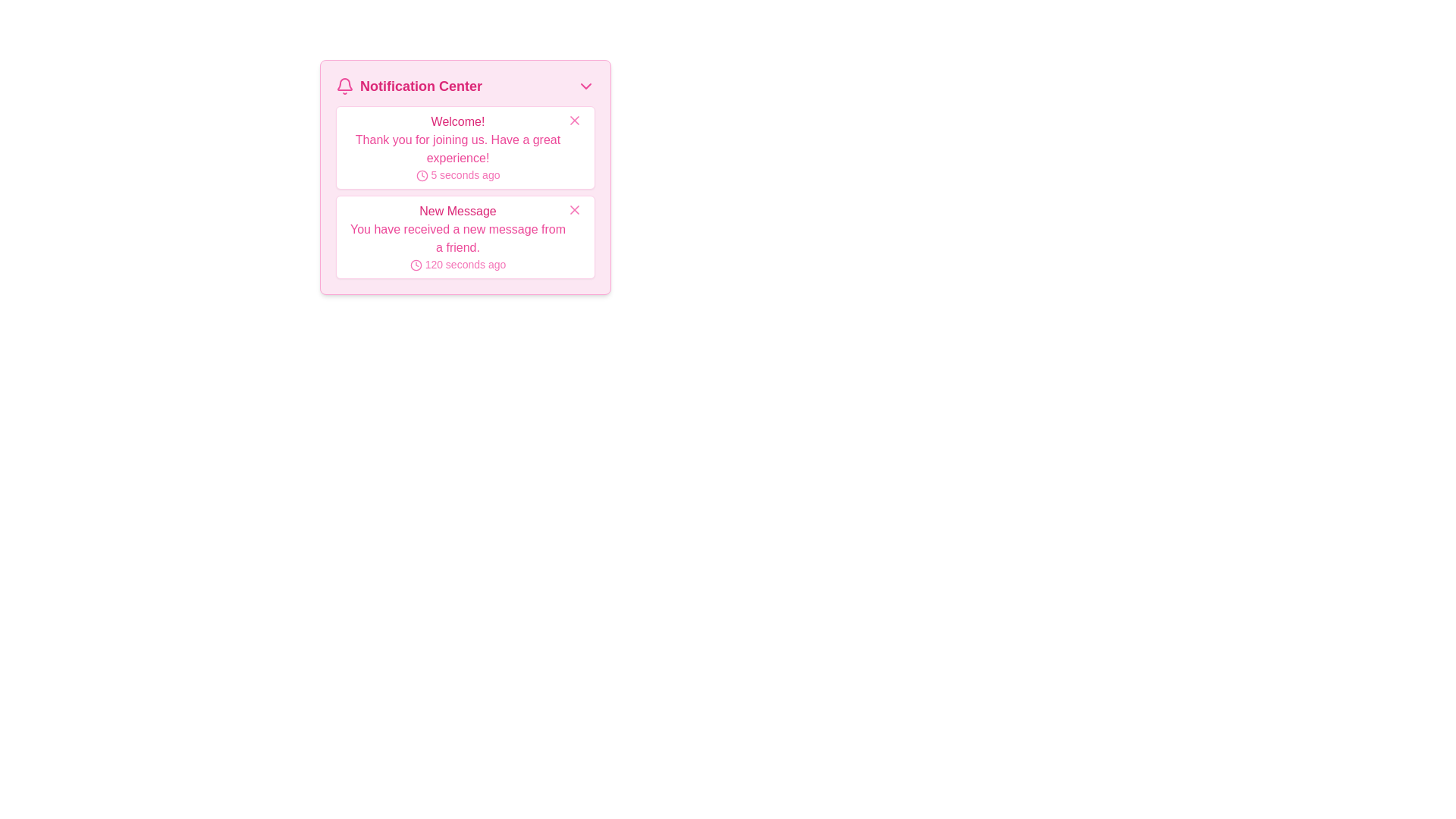  Describe the element at coordinates (421, 86) in the screenshot. I see `the 'Notification Center' header text label located at the top-left of the notification dropdown interface` at that location.